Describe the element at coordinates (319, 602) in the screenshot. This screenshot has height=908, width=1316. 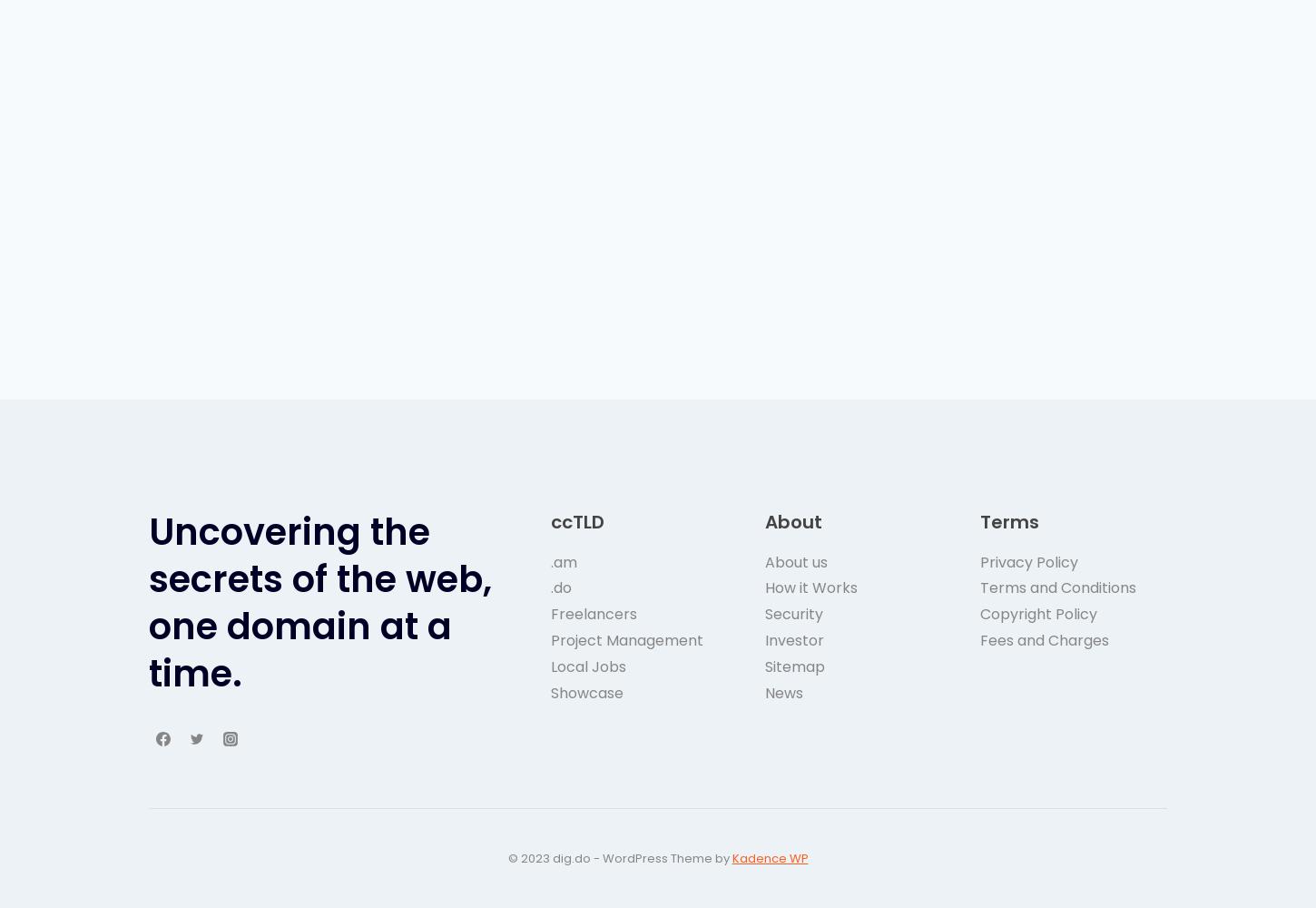
I see `'Uncovering the secrets of the web, one domain at a time.'` at that location.